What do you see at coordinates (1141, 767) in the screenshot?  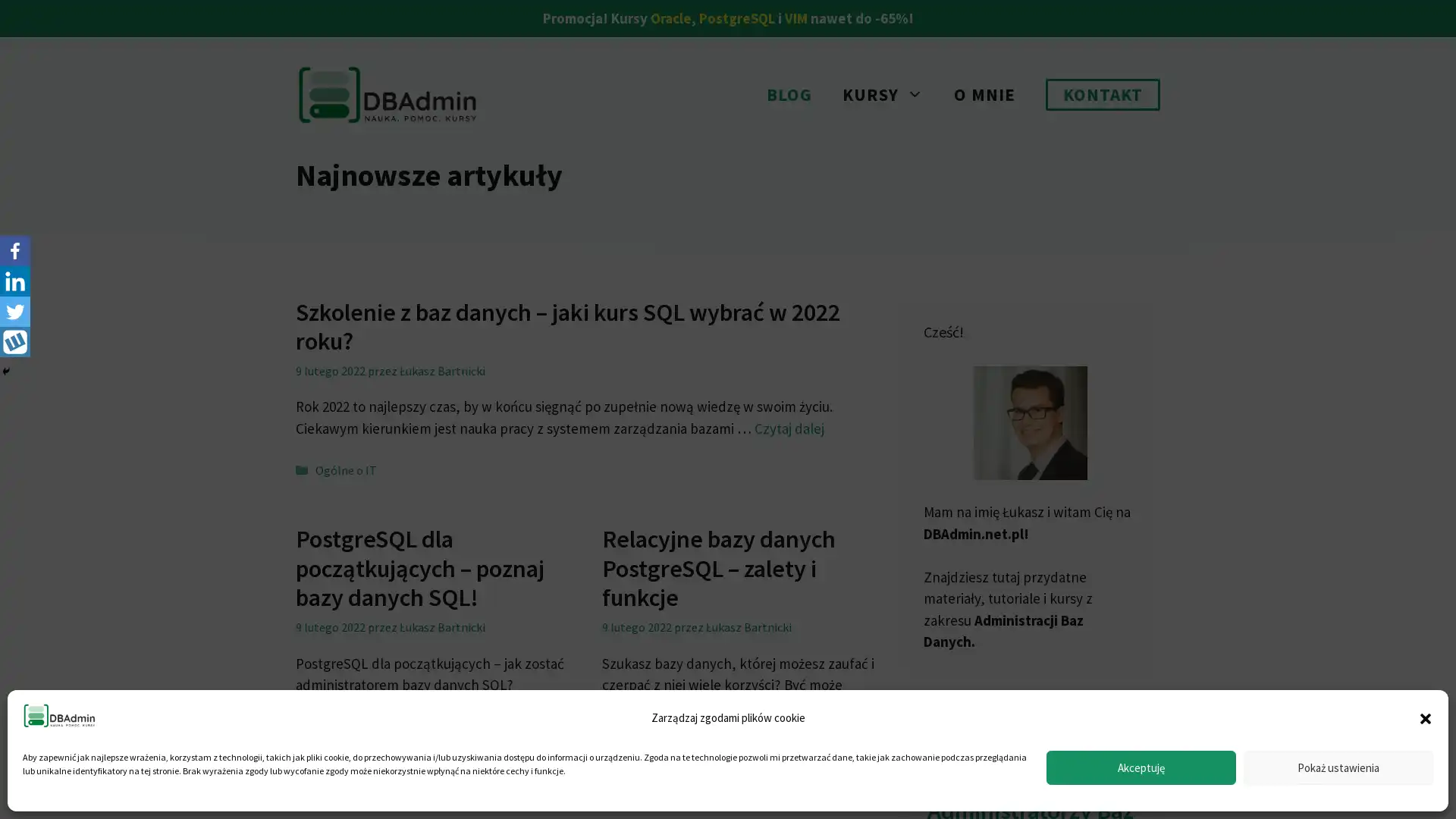 I see `Akceptuje` at bounding box center [1141, 767].